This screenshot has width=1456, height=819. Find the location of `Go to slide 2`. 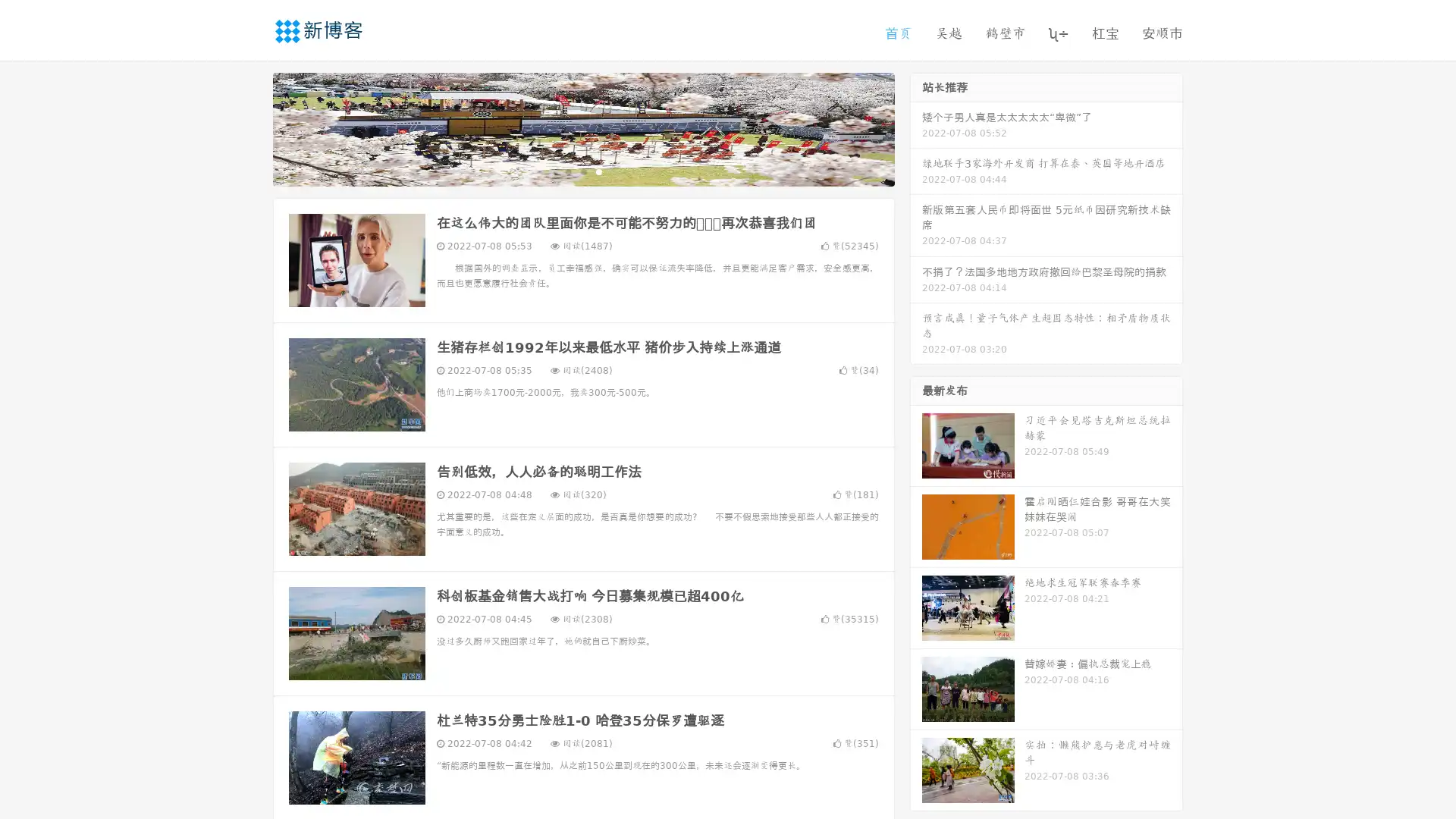

Go to slide 2 is located at coordinates (582, 171).